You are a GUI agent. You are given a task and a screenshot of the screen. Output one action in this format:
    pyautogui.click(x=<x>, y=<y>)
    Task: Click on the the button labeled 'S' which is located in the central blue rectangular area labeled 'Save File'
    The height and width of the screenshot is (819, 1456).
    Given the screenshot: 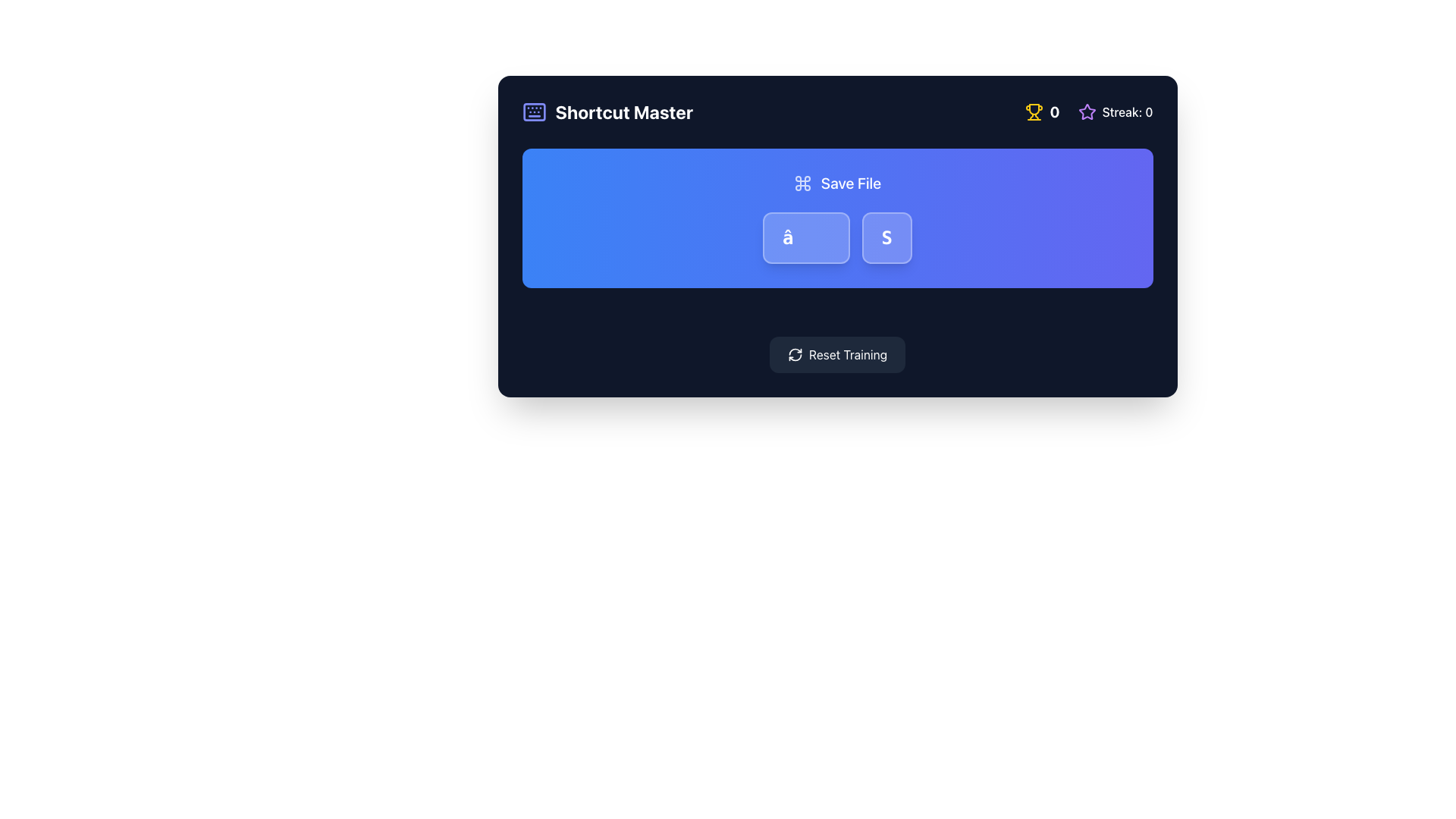 What is the action you would take?
    pyautogui.click(x=886, y=237)
    